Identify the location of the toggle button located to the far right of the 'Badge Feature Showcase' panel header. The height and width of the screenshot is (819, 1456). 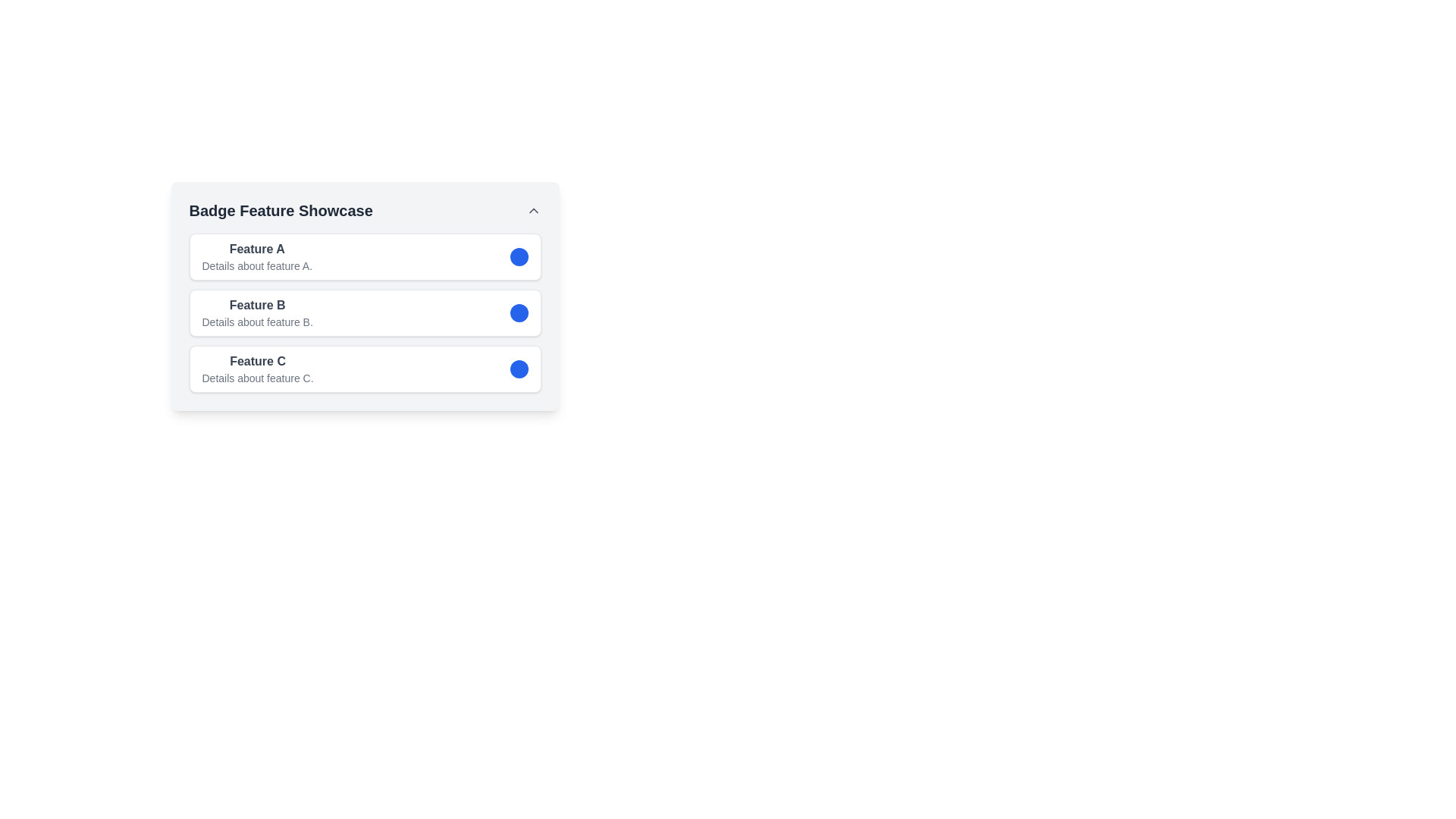
(533, 210).